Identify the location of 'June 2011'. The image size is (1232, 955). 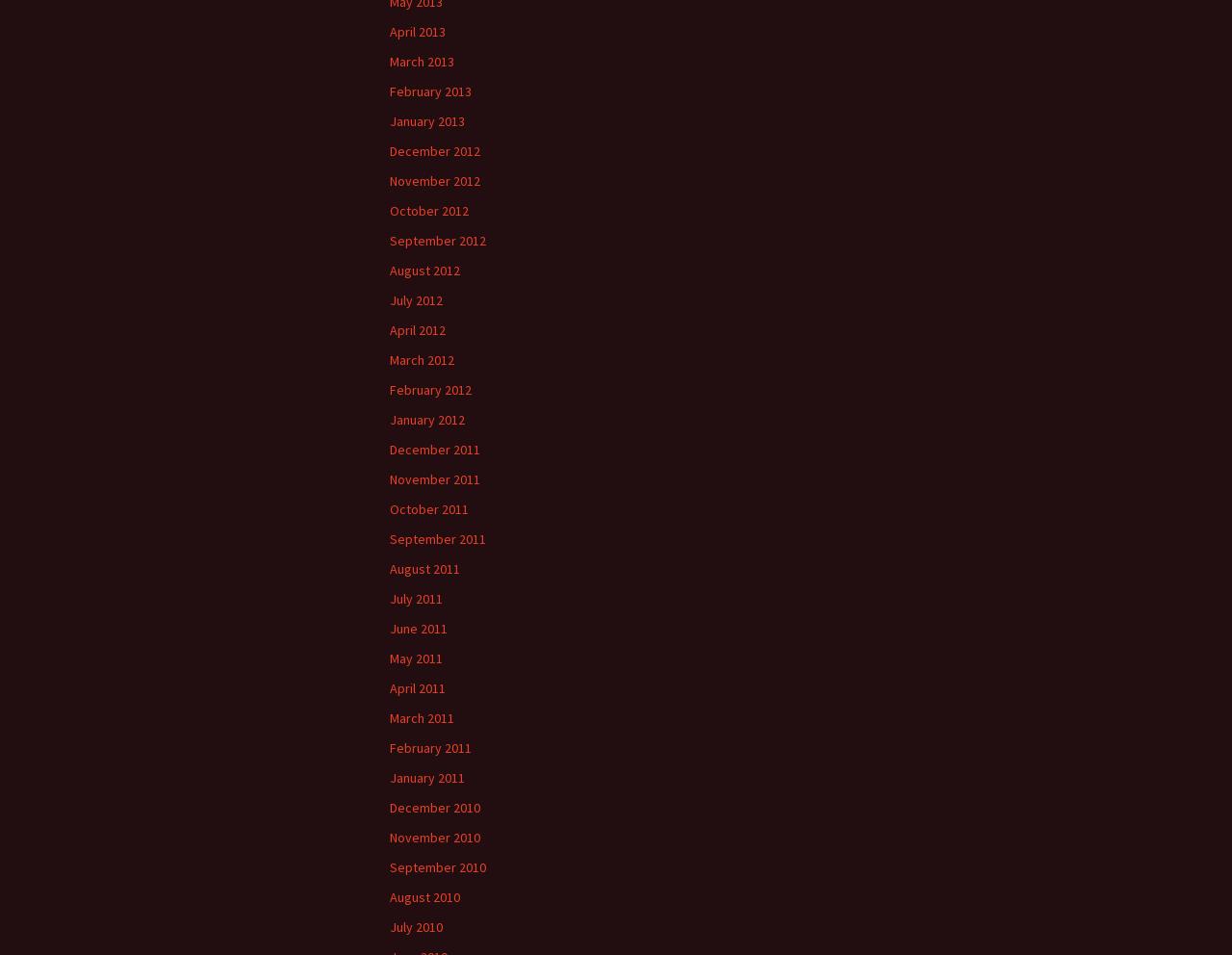
(388, 629).